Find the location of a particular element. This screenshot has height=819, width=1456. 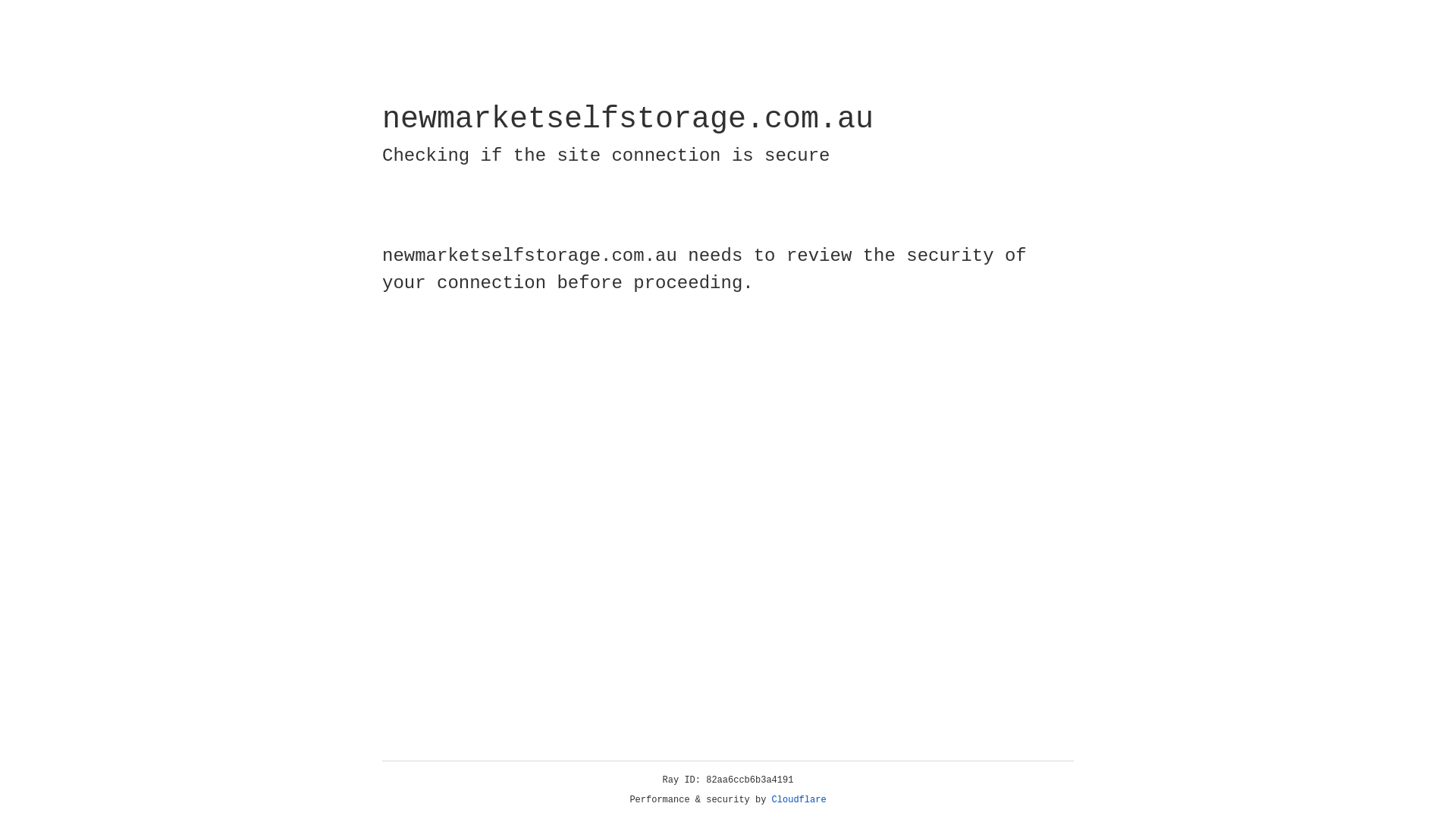

'Cloudflare' is located at coordinates (799, 799).